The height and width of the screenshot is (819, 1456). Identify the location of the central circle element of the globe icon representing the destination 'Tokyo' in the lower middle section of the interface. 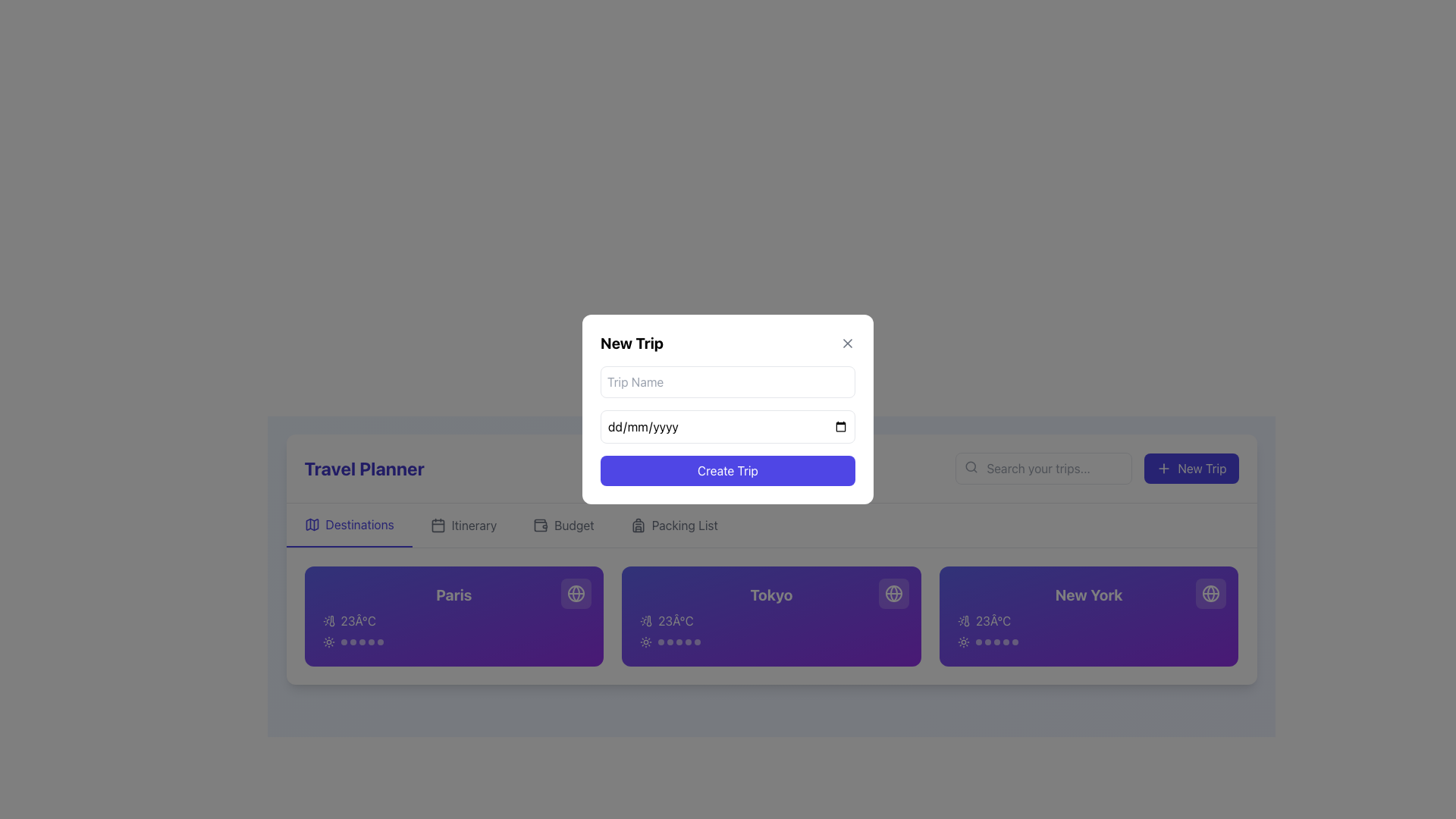
(893, 593).